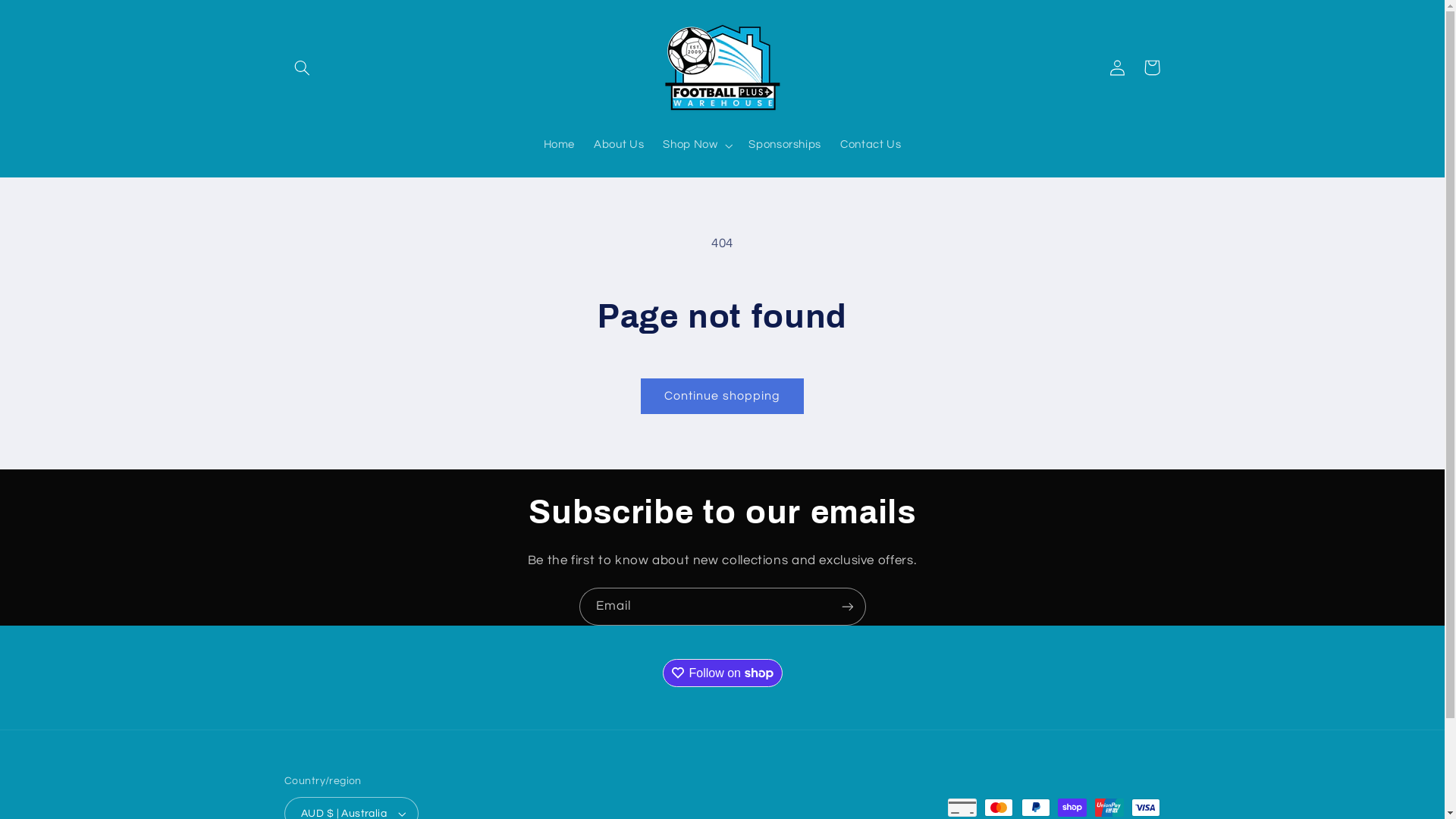 The height and width of the screenshot is (819, 1456). I want to click on 'Log in', so click(1099, 66).